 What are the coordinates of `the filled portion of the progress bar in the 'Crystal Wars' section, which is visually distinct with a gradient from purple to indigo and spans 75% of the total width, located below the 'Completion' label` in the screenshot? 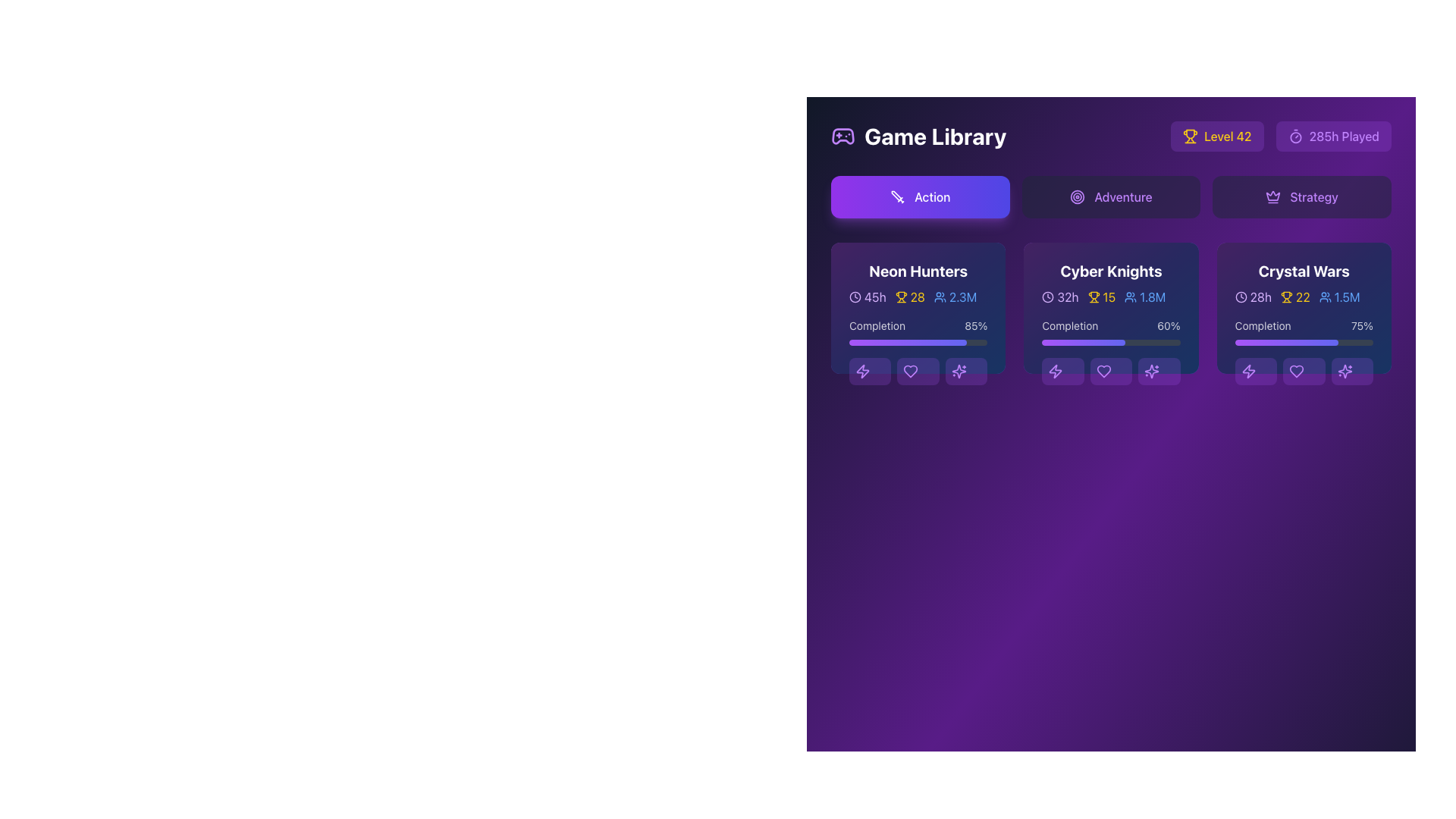 It's located at (1286, 342).